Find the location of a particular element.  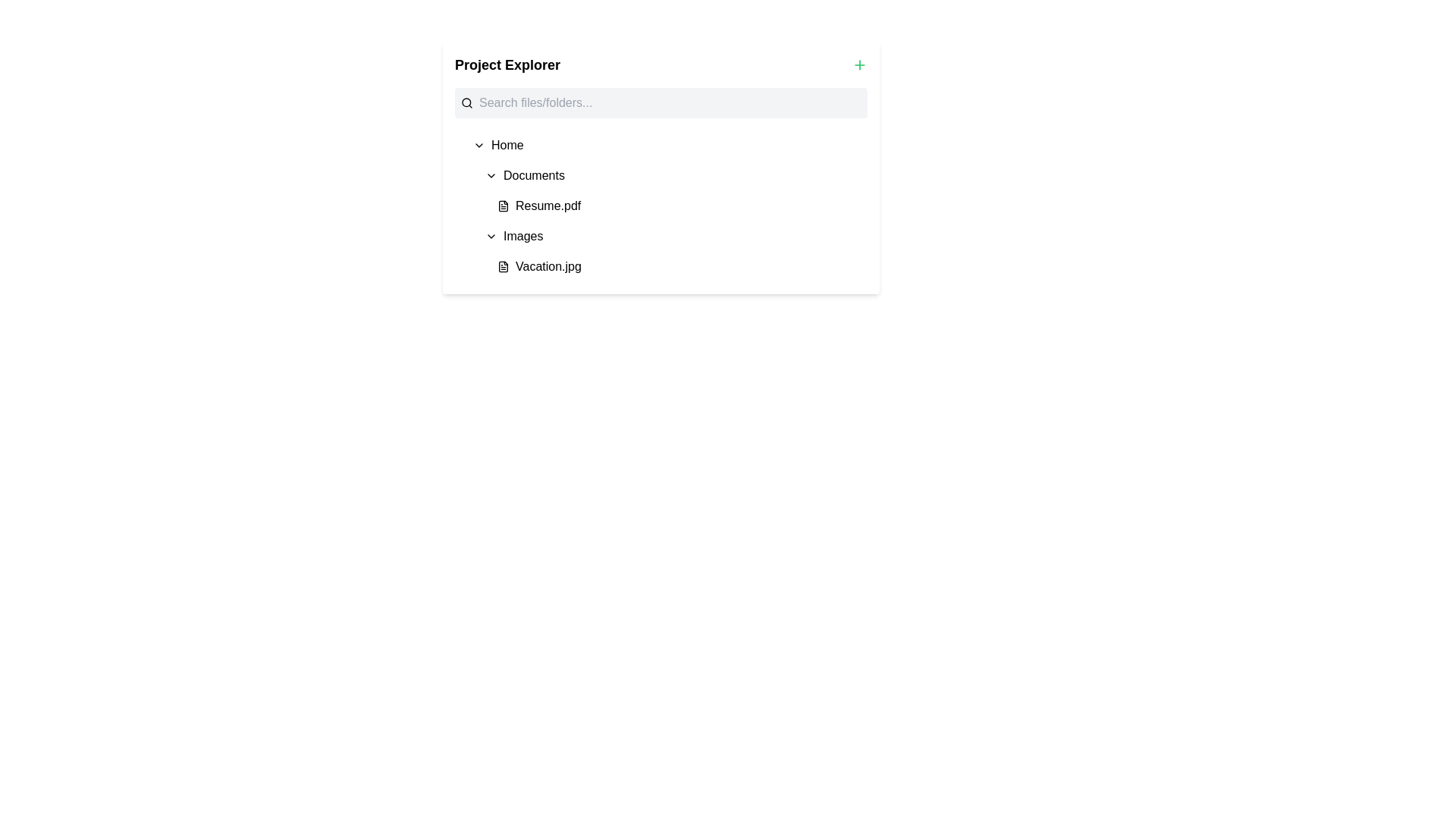

the 'Images' text label in the Project Explorer section is located at coordinates (523, 237).